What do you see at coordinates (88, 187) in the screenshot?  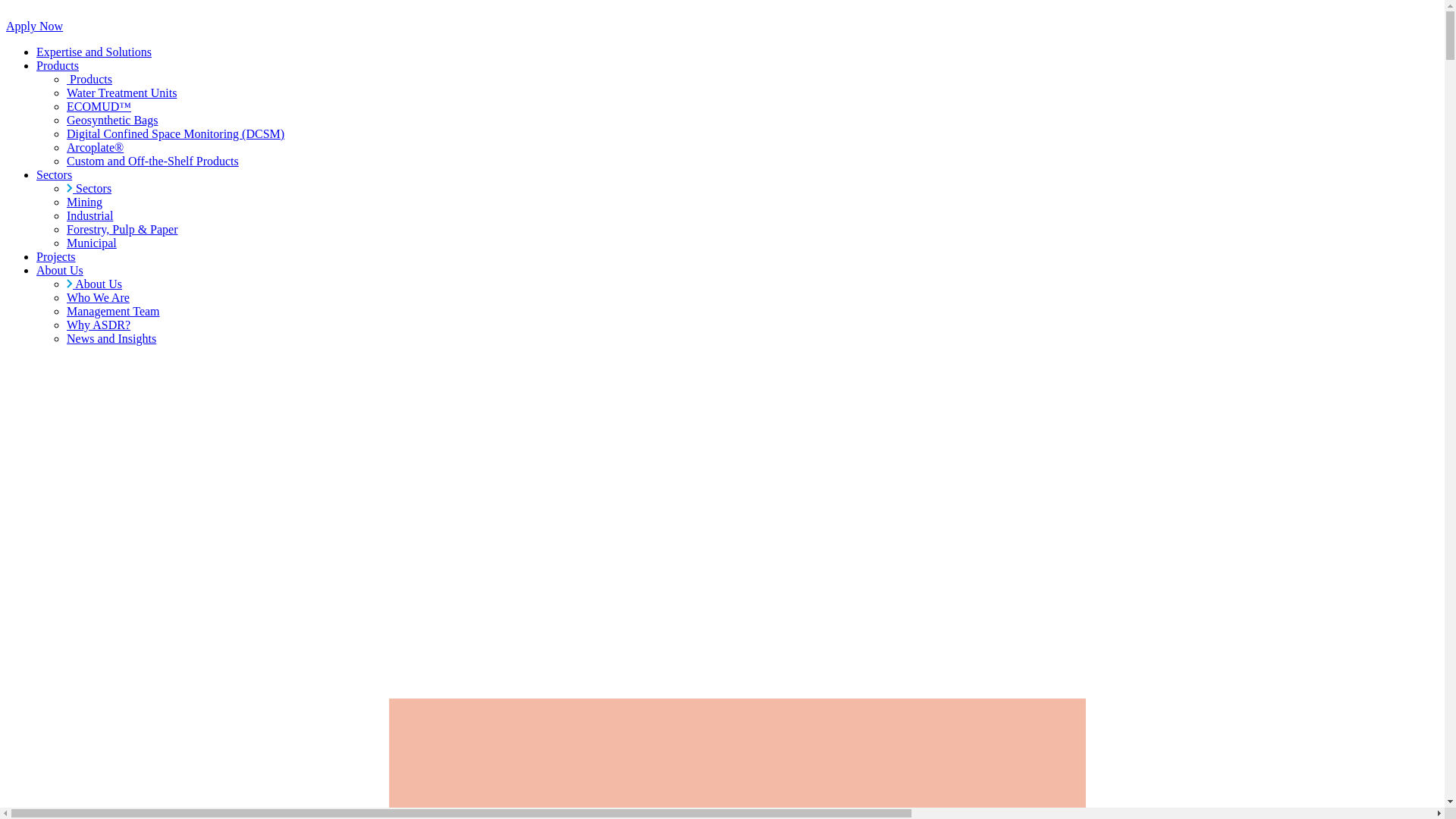 I see `'Sectors'` at bounding box center [88, 187].